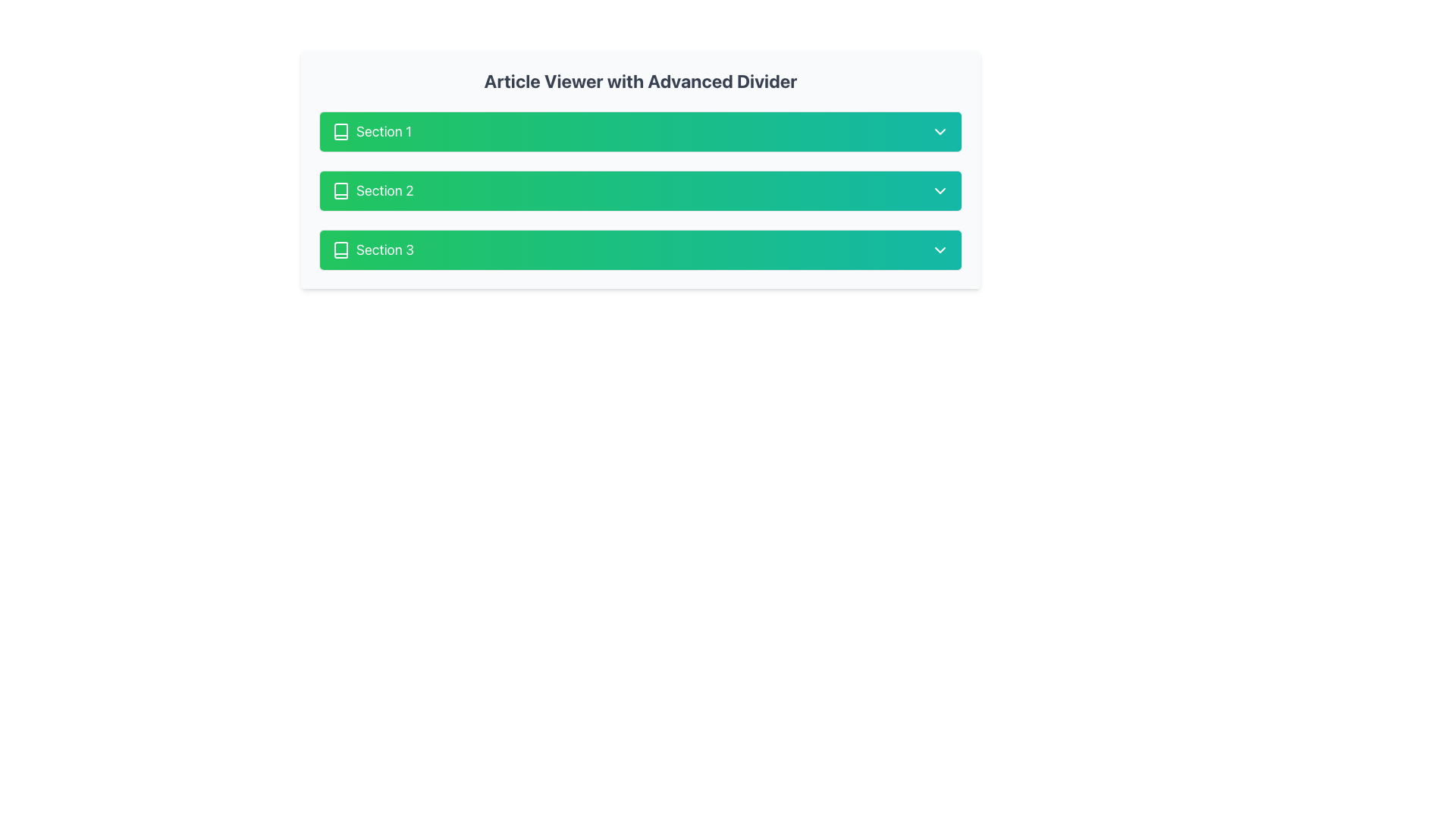  Describe the element at coordinates (939, 249) in the screenshot. I see `the chevron icon located at the far right of the 'Section 3' bar` at that location.